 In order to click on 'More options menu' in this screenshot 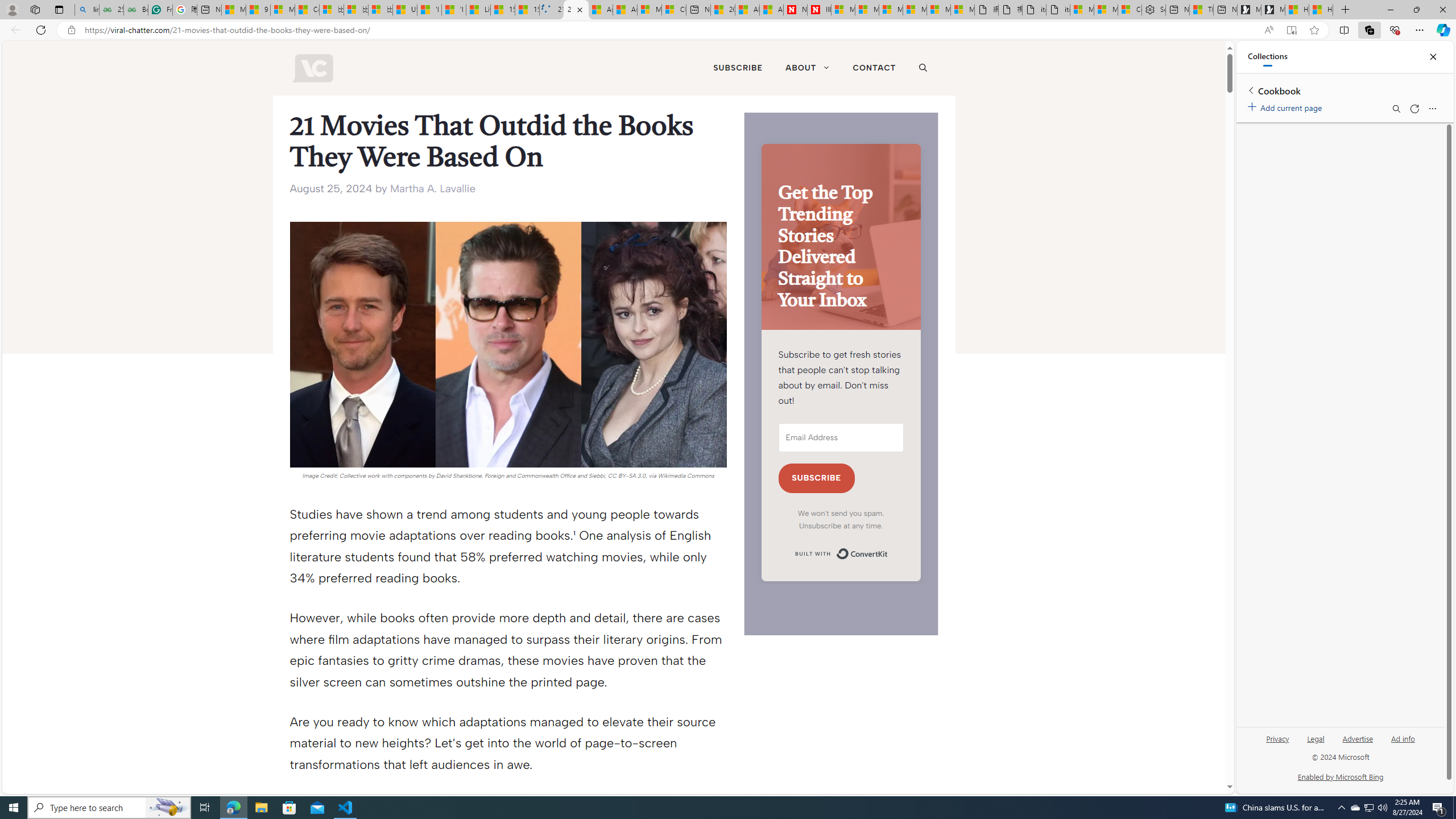, I will do `click(1433, 109)`.